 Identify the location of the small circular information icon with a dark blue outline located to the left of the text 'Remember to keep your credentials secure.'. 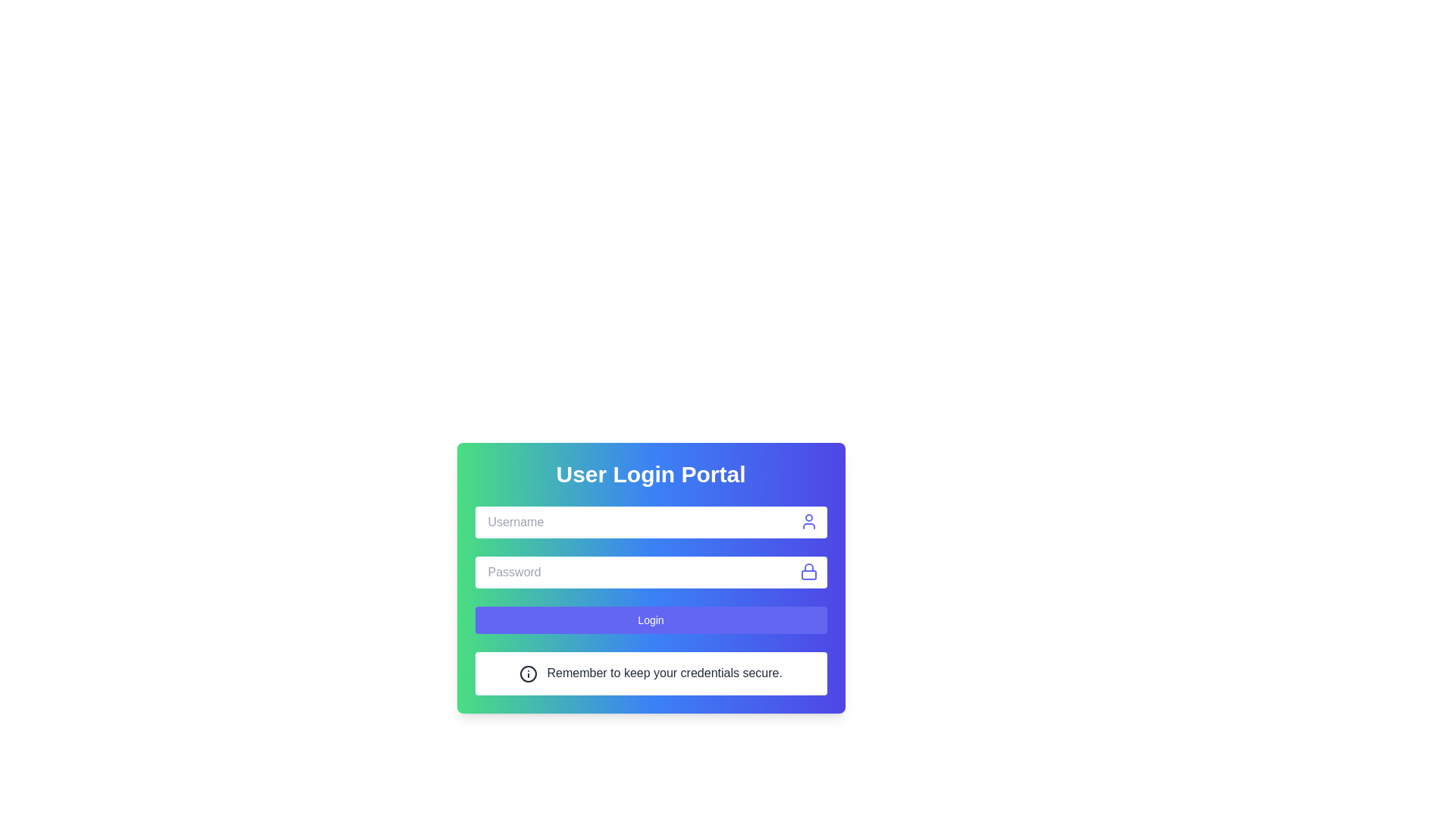
(529, 673).